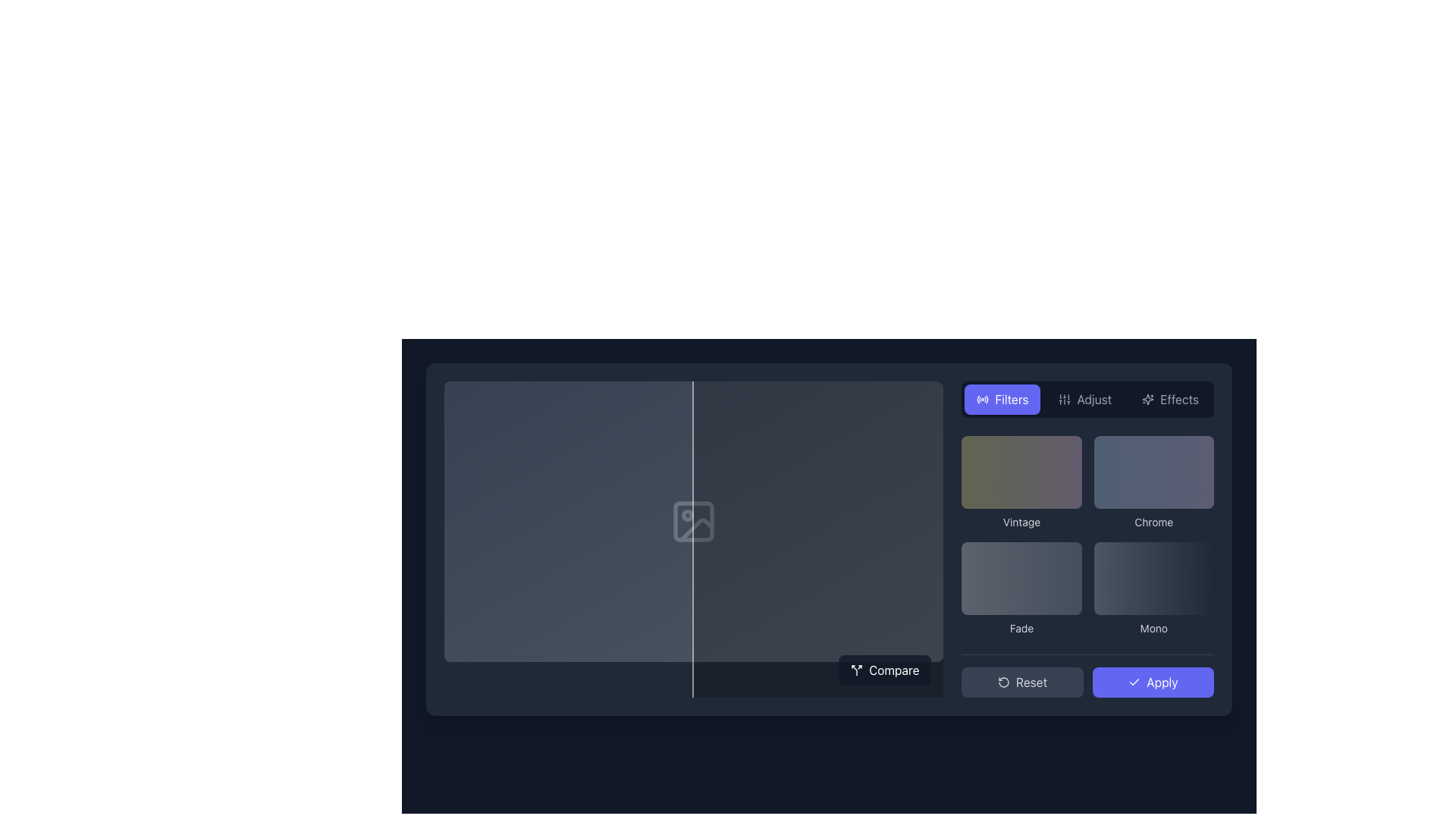 This screenshot has width=1456, height=819. I want to click on the decorative icon located to the left of the 'Effects' label, so click(1148, 399).